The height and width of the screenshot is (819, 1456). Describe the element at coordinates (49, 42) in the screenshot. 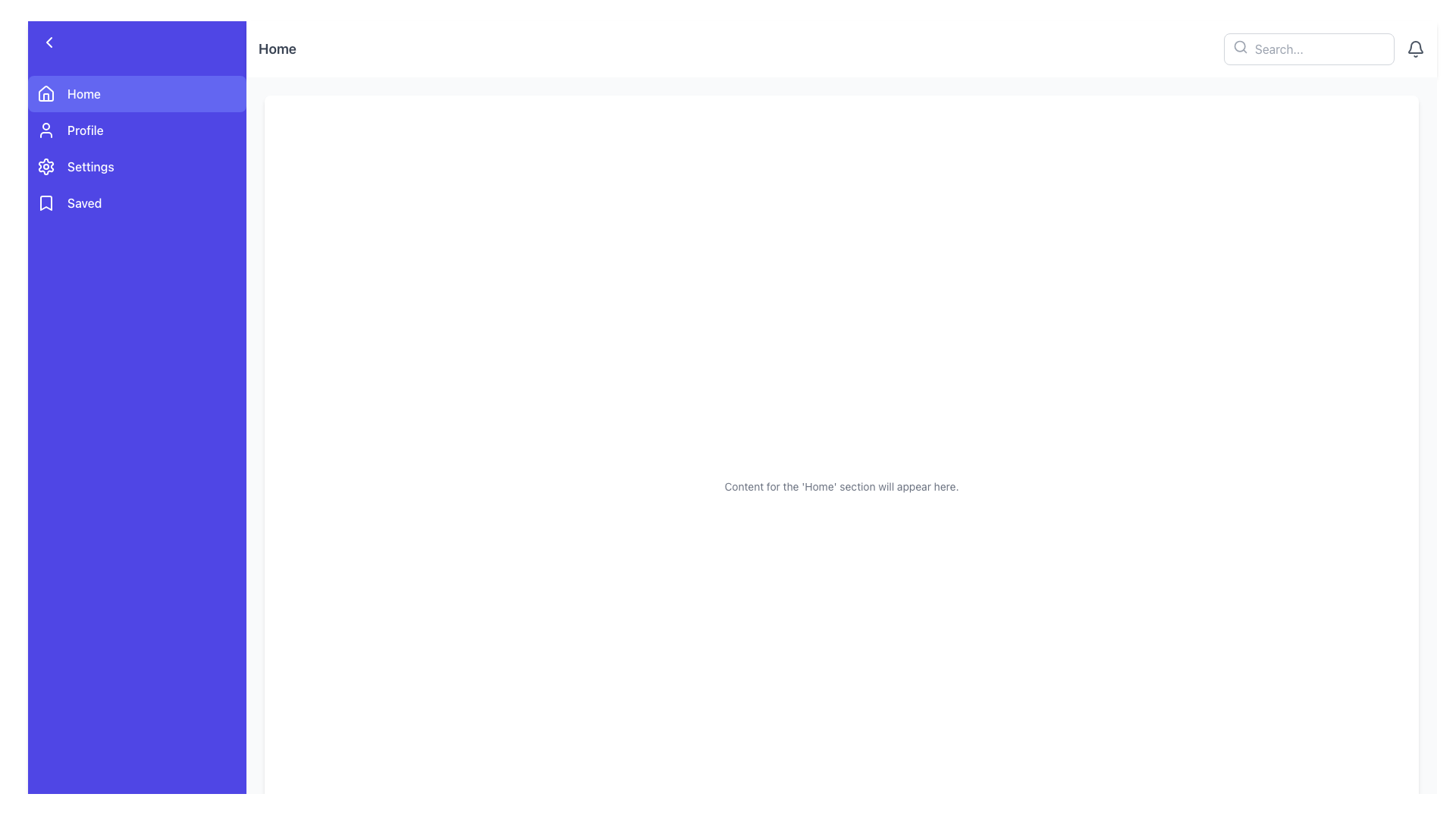

I see `the back or collapse icon located at the top-left corner of the visible purple navigation sidebar` at that location.